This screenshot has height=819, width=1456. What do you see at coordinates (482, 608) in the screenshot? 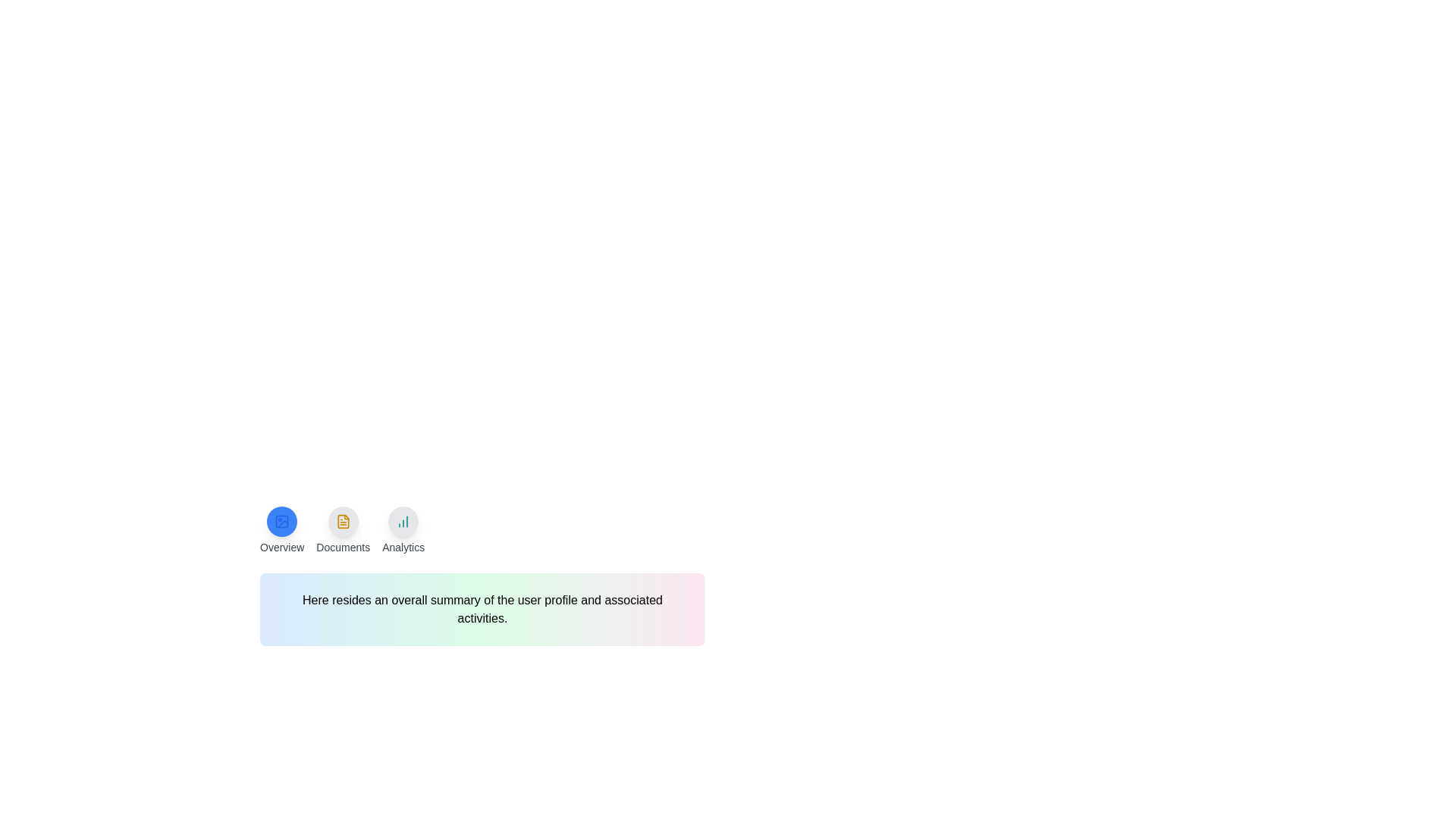
I see `the content of the text component that contains the phrase 'Here resides an overall summary of the user profile and associated activities.'` at bounding box center [482, 608].